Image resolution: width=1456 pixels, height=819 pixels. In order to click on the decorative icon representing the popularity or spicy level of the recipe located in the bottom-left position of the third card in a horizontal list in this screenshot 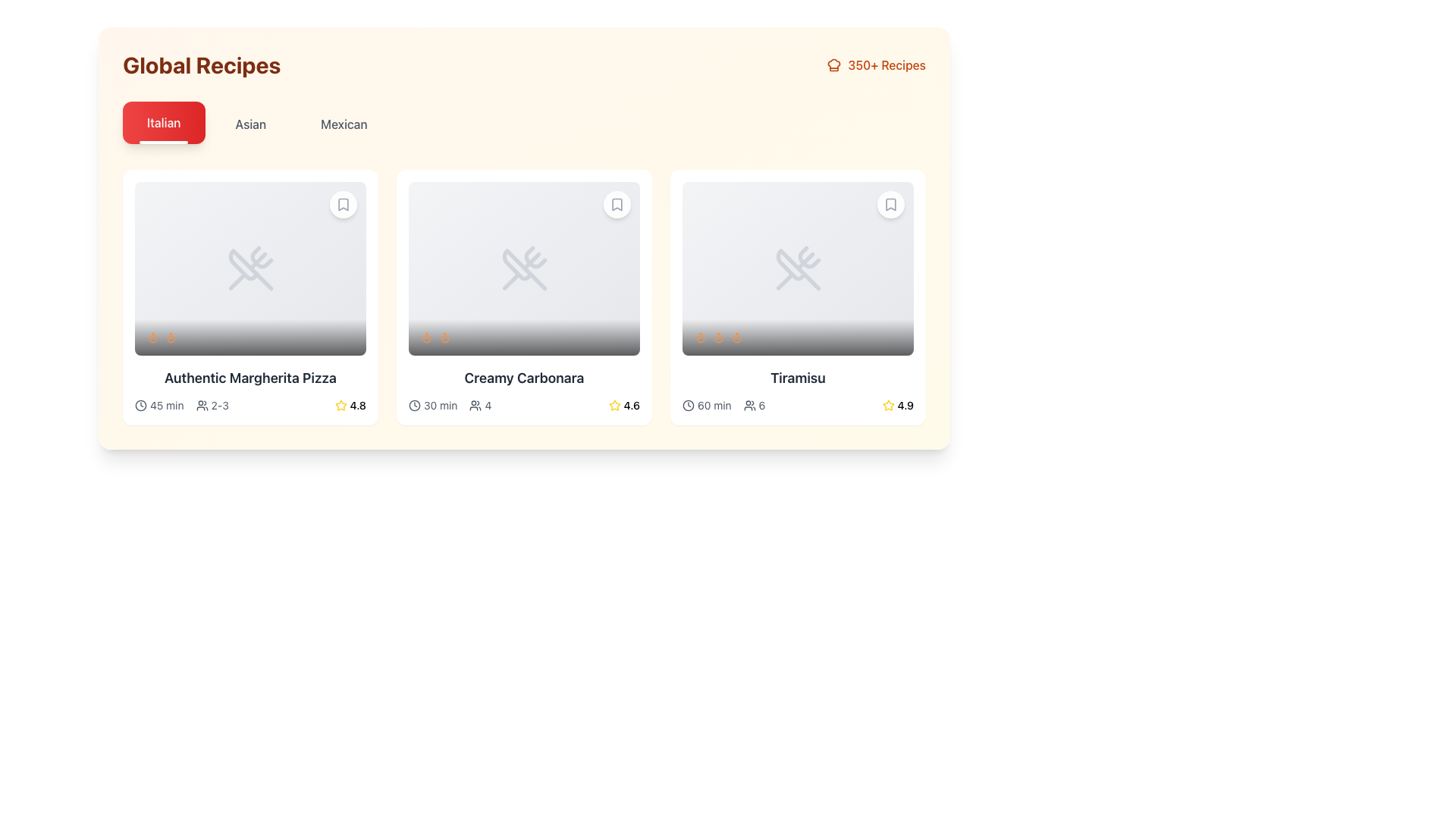, I will do `click(718, 336)`.